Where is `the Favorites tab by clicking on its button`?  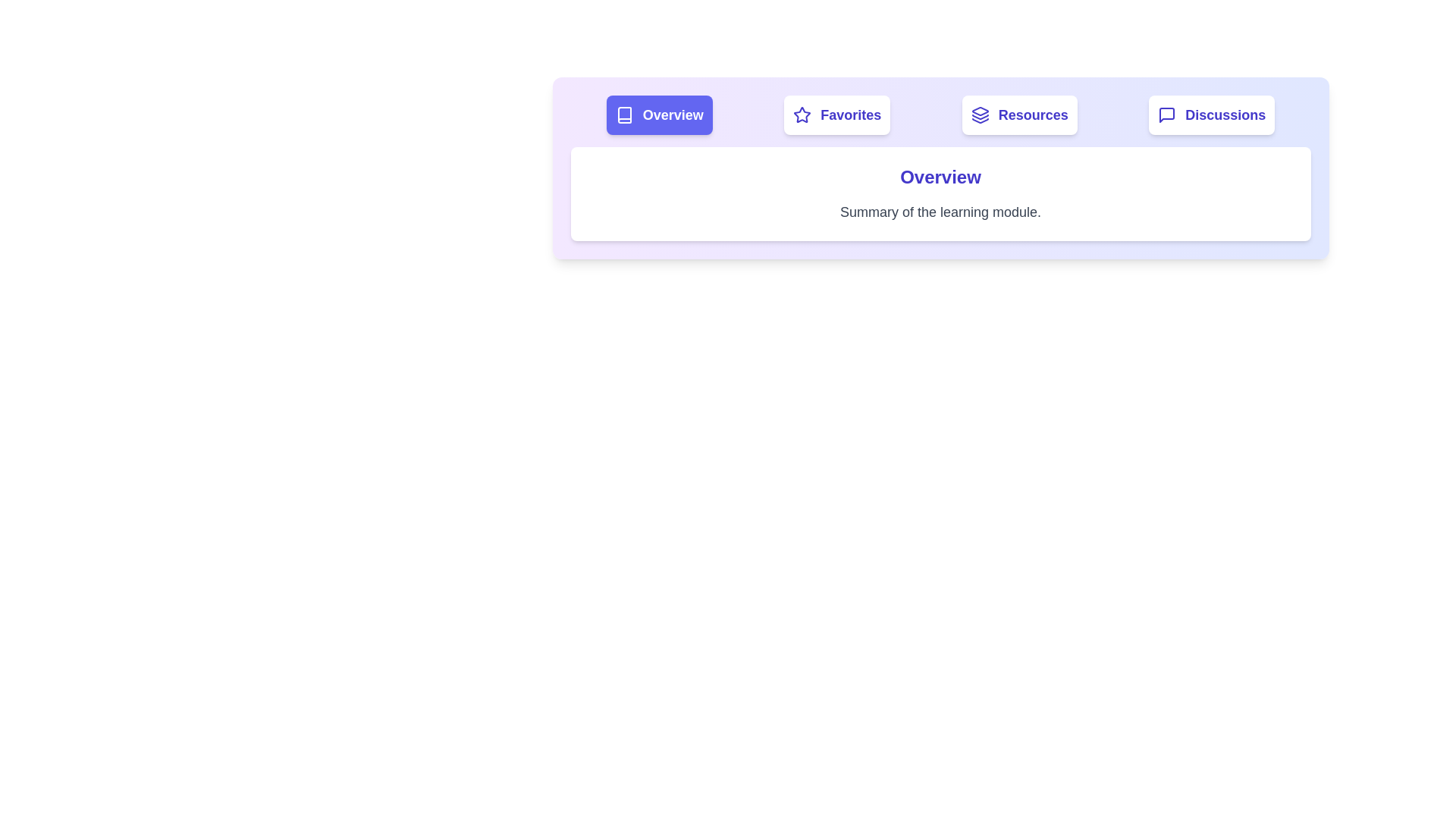 the Favorites tab by clicking on its button is located at coordinates (836, 114).